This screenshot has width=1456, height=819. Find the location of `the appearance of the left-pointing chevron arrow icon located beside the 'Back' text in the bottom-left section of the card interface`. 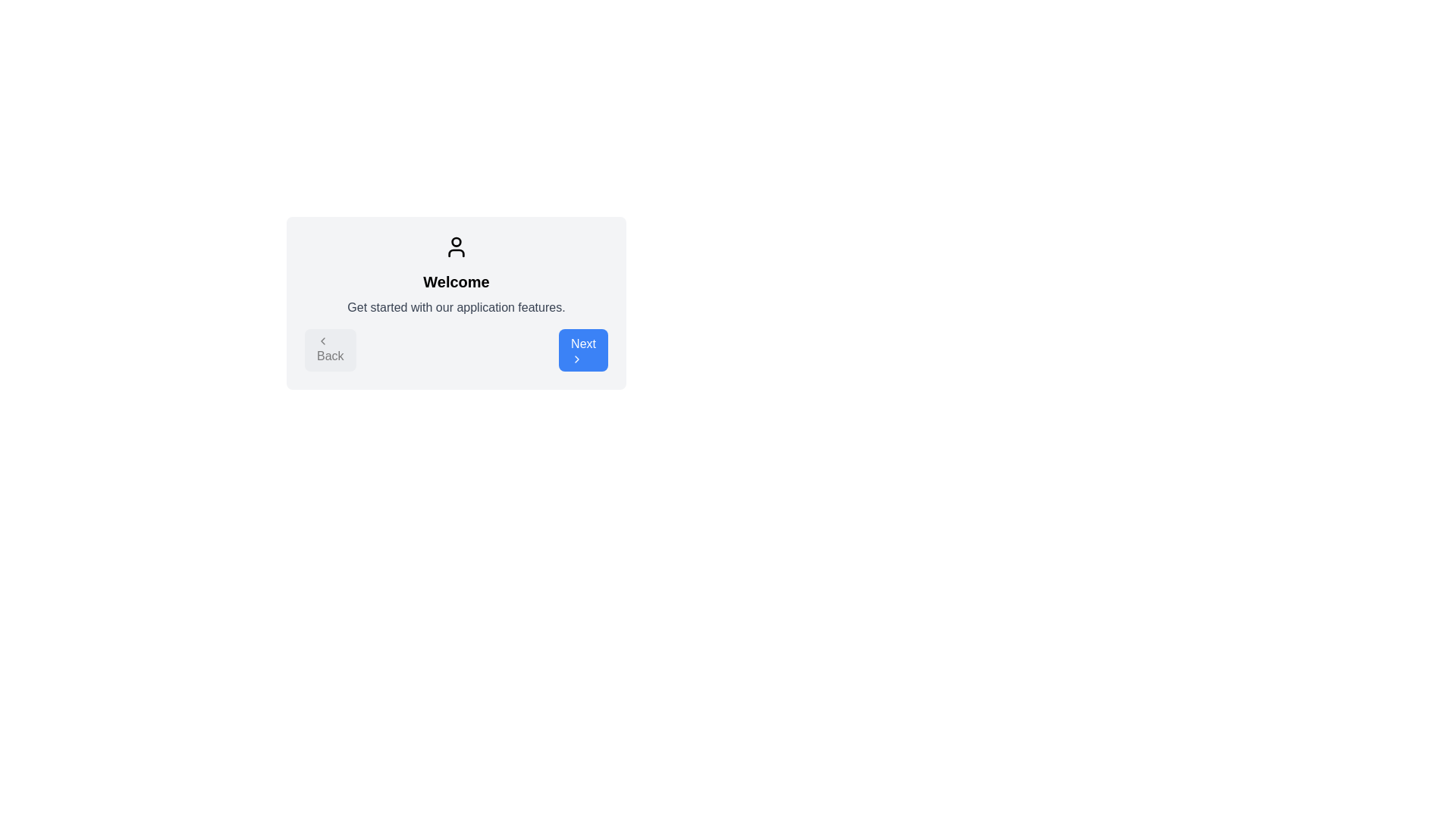

the appearance of the left-pointing chevron arrow icon located beside the 'Back' text in the bottom-left section of the card interface is located at coordinates (322, 341).